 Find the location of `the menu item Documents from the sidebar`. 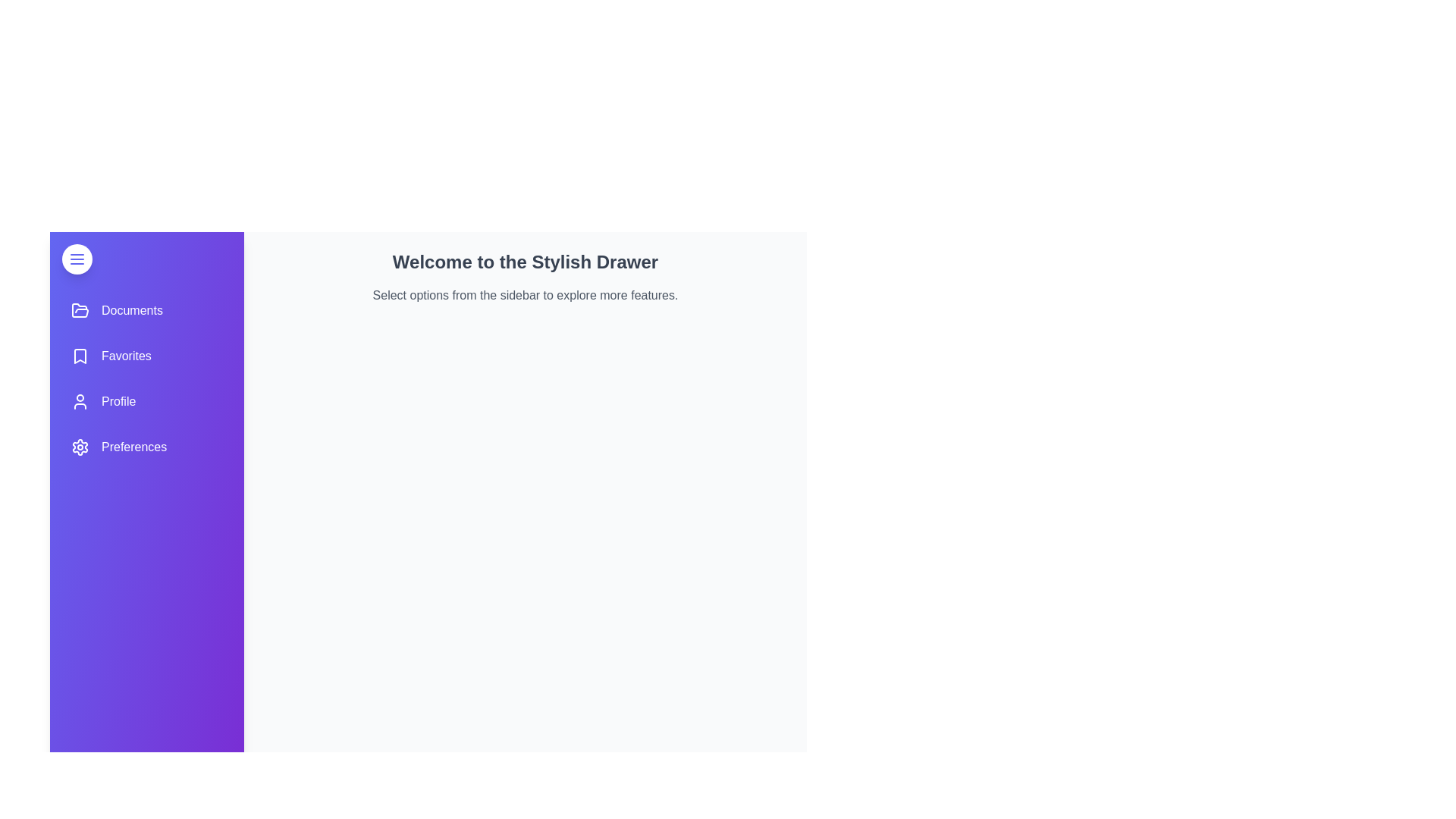

the menu item Documents from the sidebar is located at coordinates (146, 309).